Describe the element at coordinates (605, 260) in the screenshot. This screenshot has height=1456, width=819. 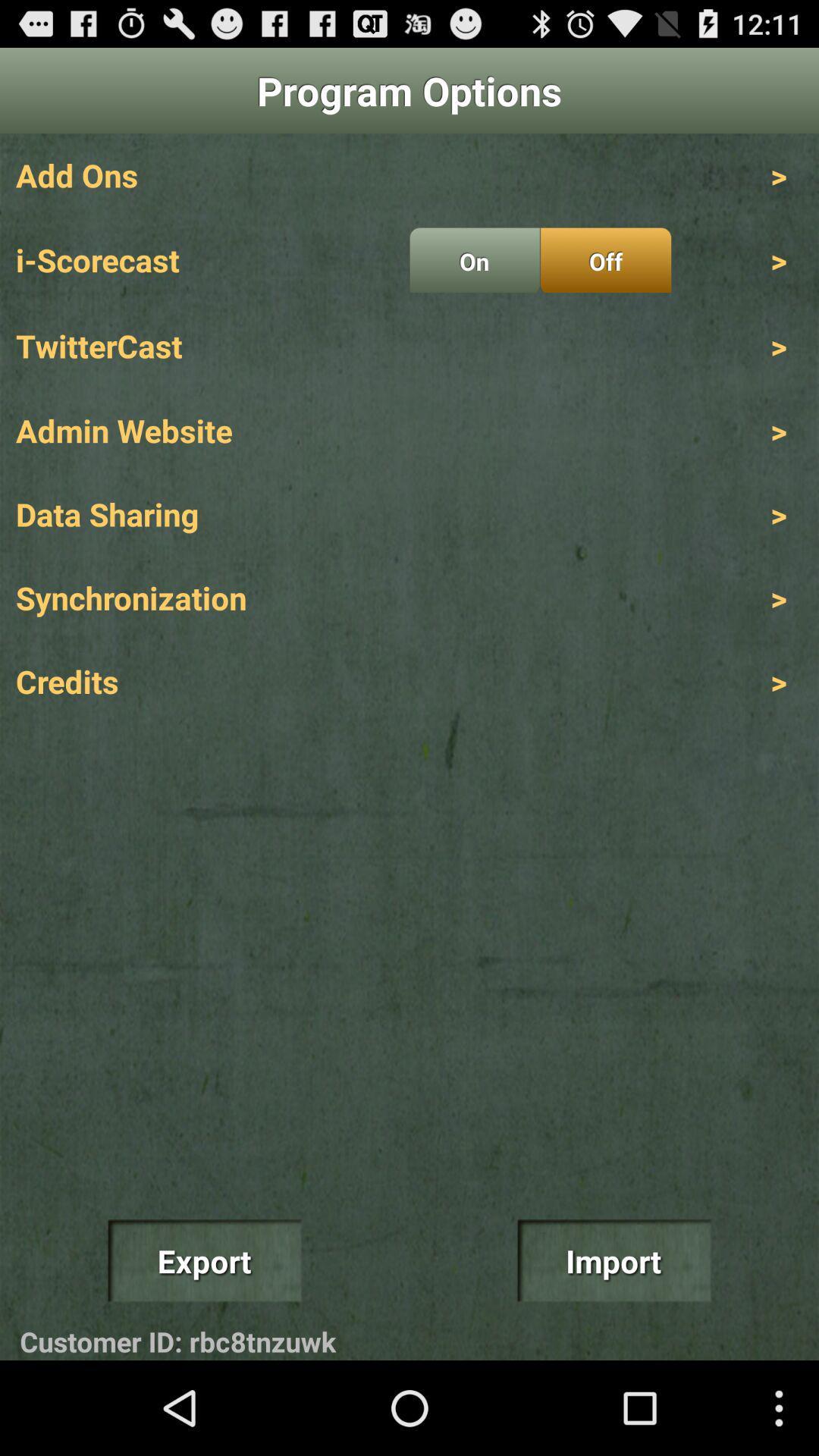
I see `the off` at that location.